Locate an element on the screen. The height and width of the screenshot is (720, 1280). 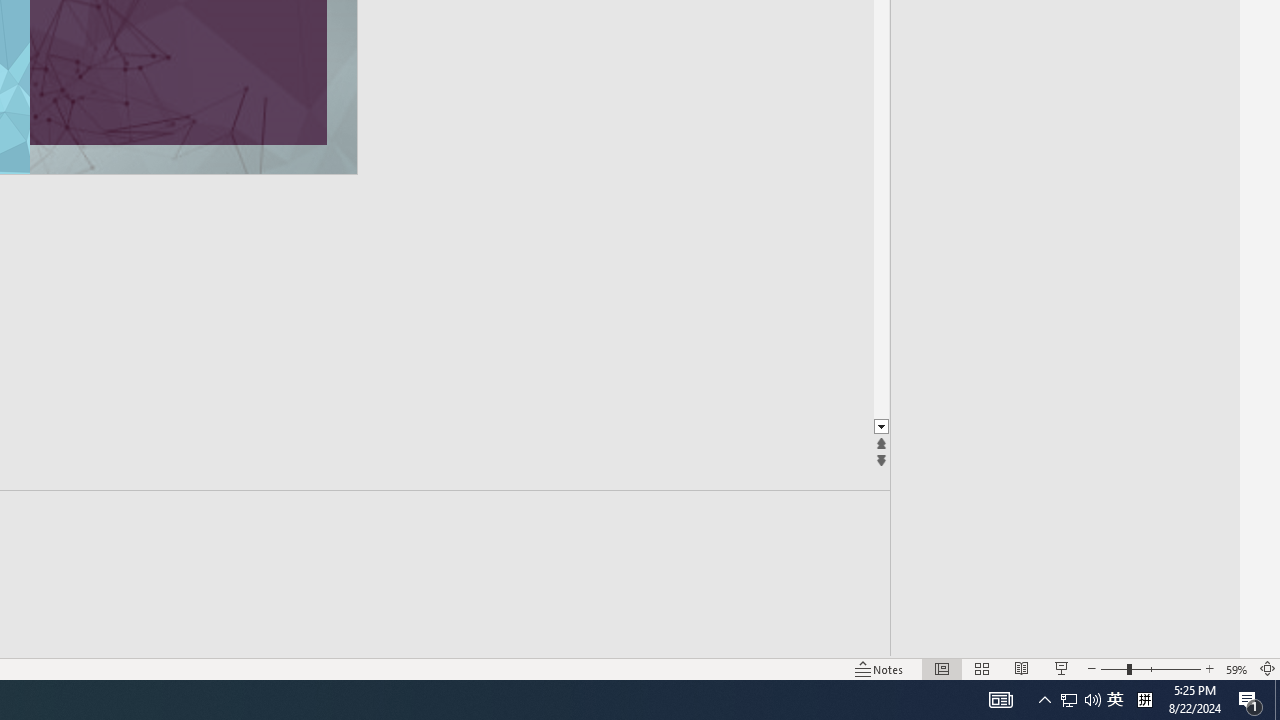
'Zoom 59%' is located at coordinates (1236, 669).